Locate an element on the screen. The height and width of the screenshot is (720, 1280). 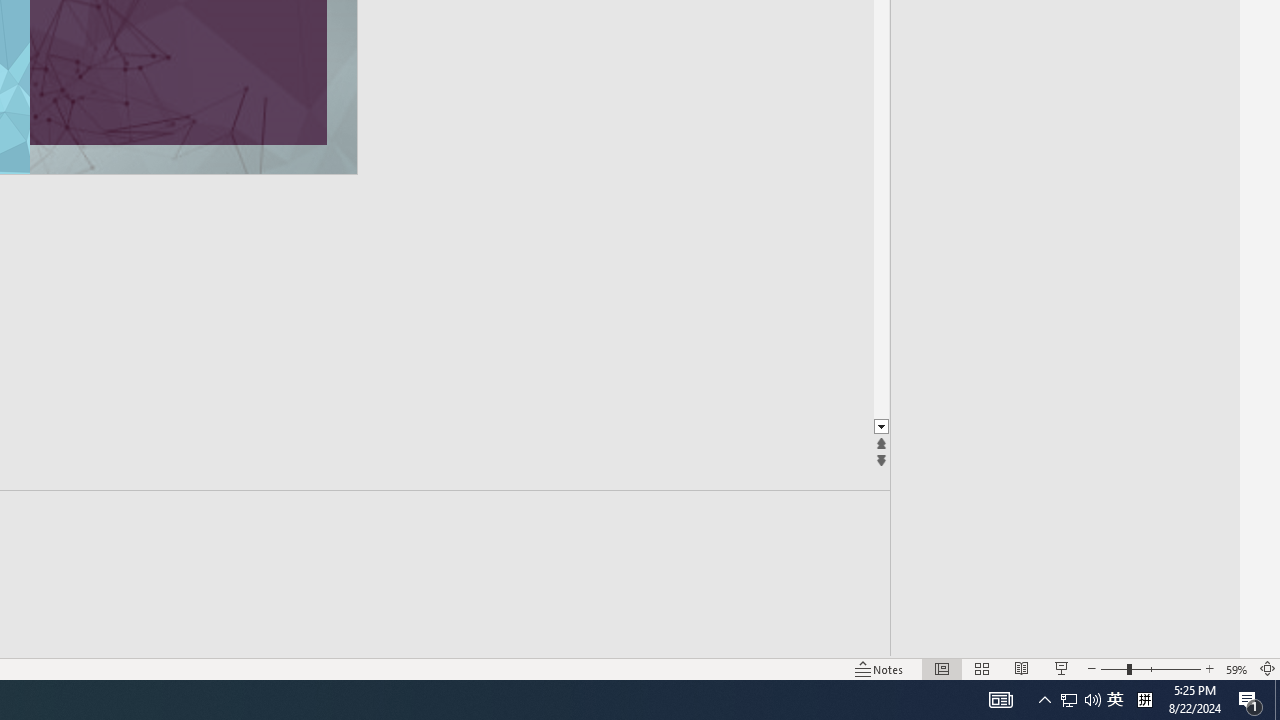
'Zoom 59%' is located at coordinates (1236, 669).